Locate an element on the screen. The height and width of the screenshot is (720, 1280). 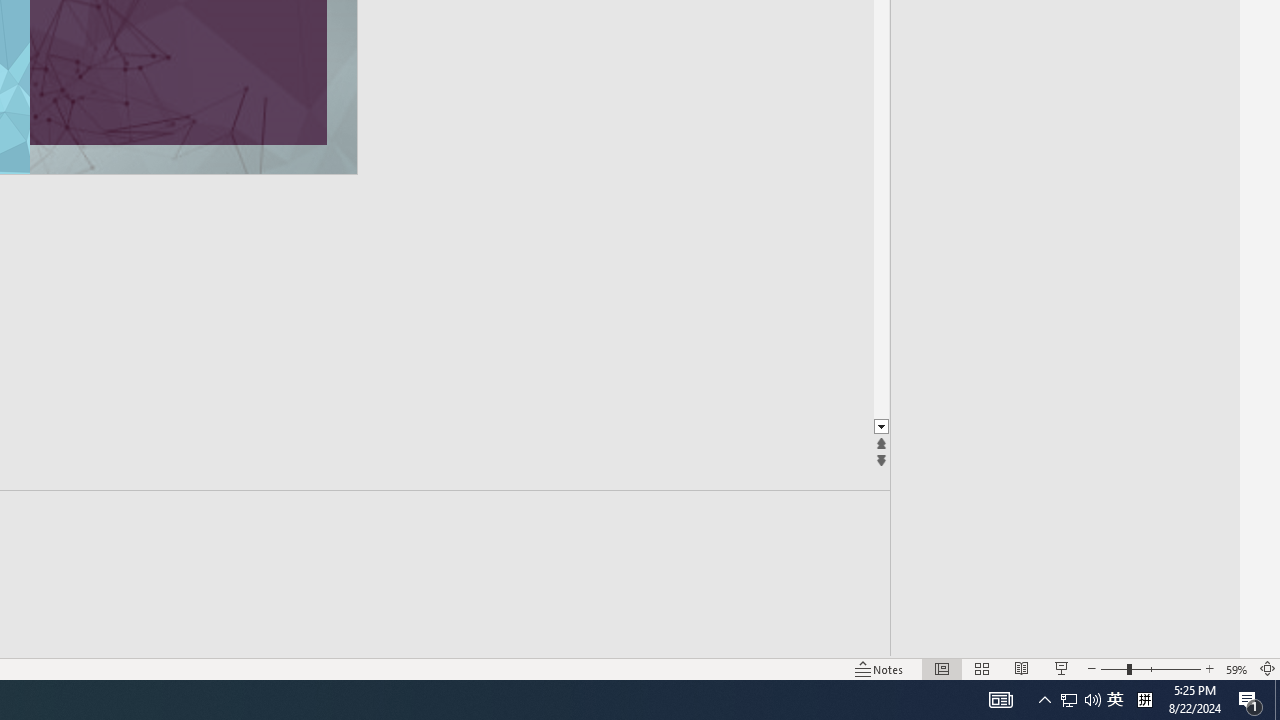
'Zoom 59%' is located at coordinates (1236, 669).